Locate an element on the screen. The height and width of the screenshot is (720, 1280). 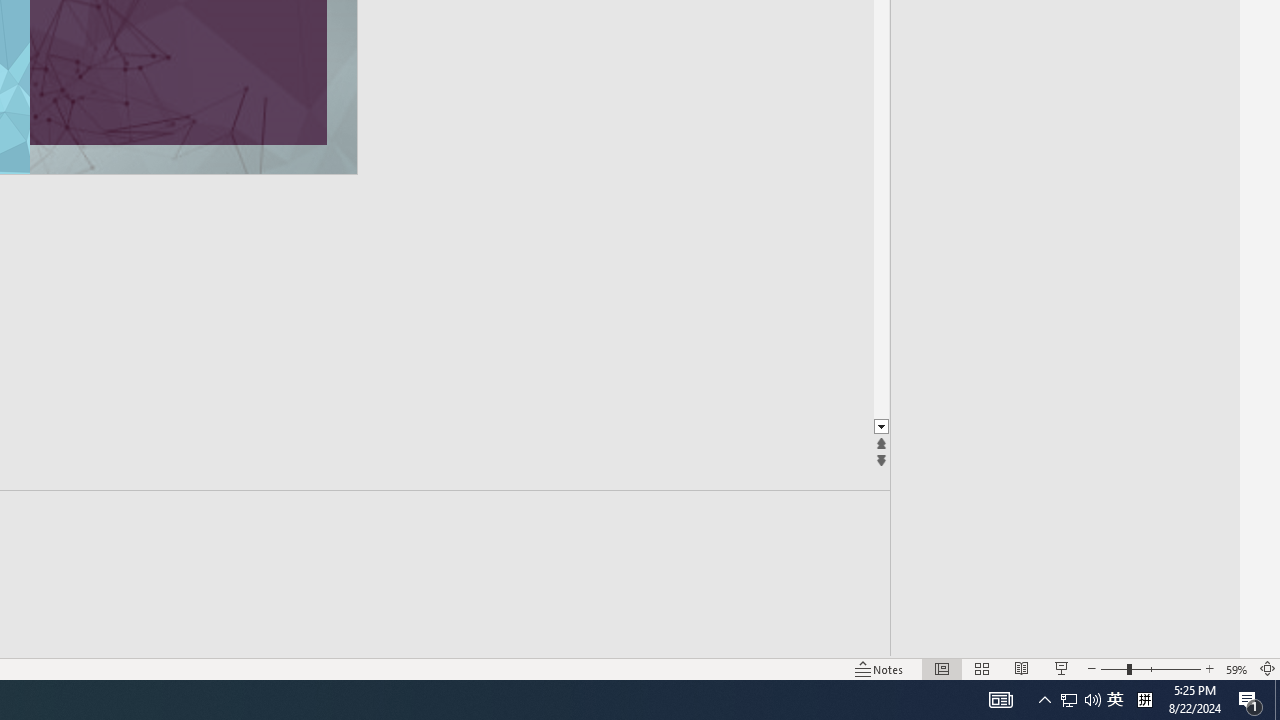
'Zoom 59%' is located at coordinates (1236, 669).